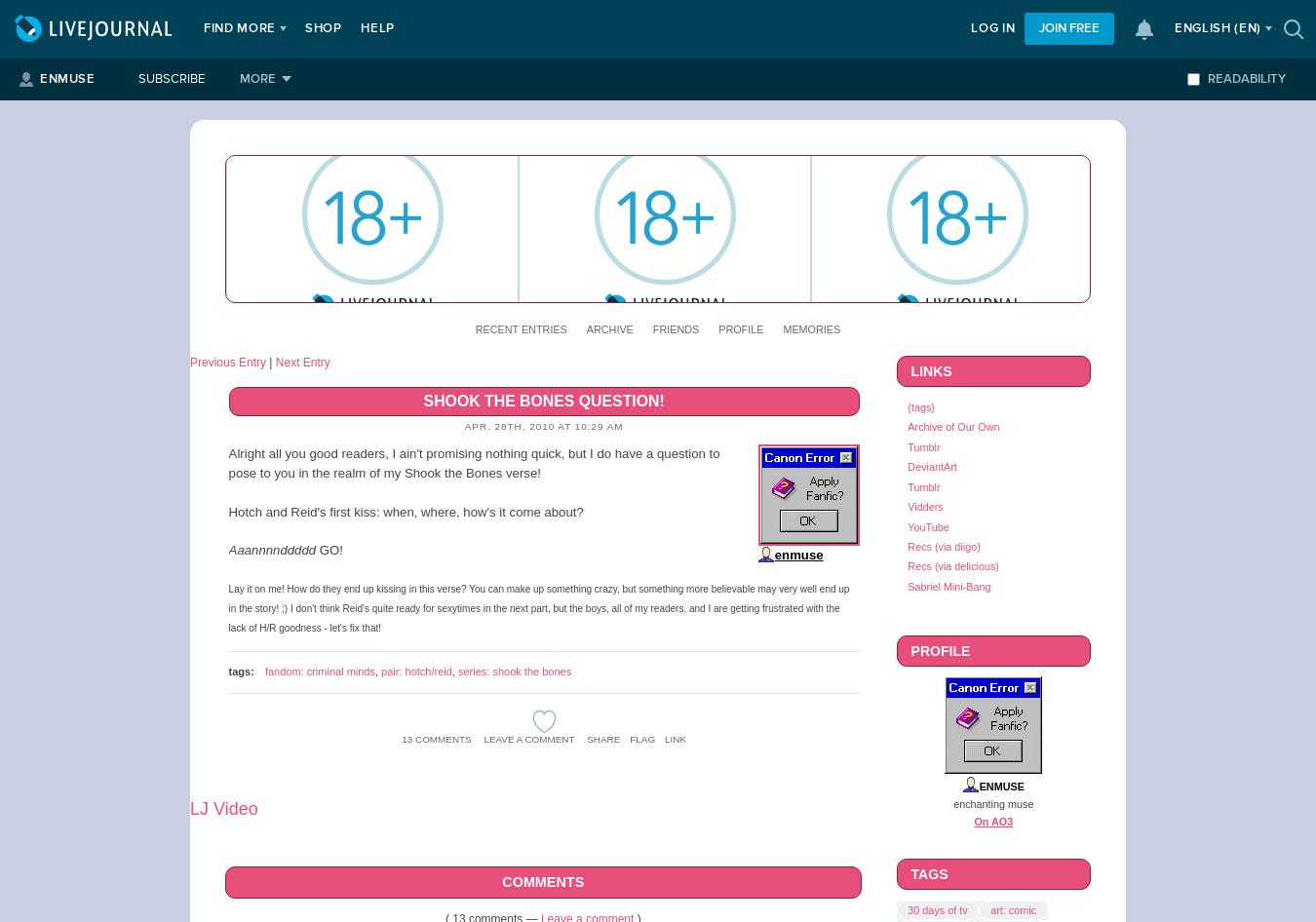 This screenshot has width=1316, height=922. I want to click on 'More', so click(255, 78).